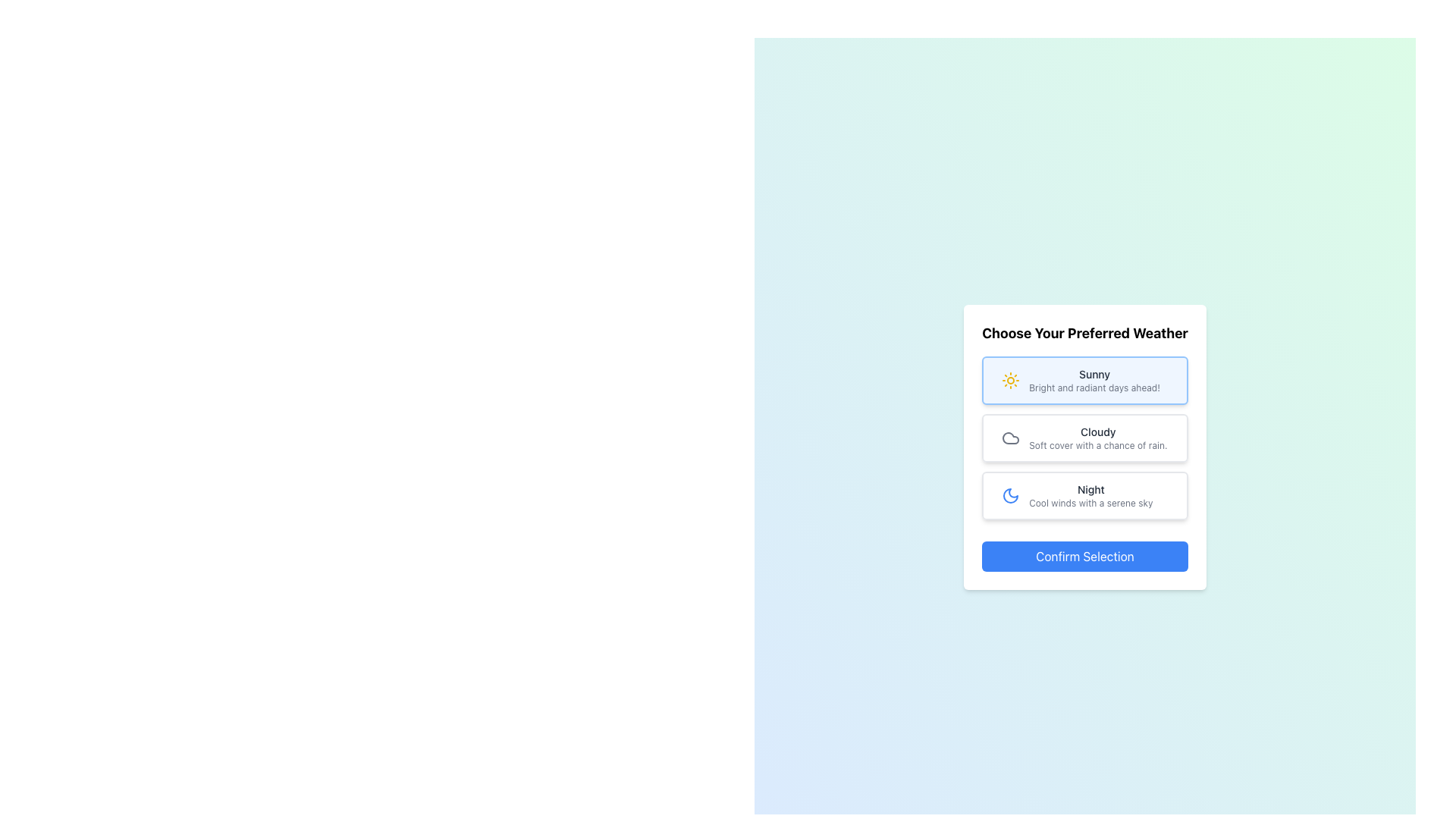 This screenshot has width=1456, height=819. I want to click on the 'Cloudy' weather icon, which is represented graphically within a card layout, located to the left of the text 'Soft cover with a chance of rain.', so click(1011, 438).